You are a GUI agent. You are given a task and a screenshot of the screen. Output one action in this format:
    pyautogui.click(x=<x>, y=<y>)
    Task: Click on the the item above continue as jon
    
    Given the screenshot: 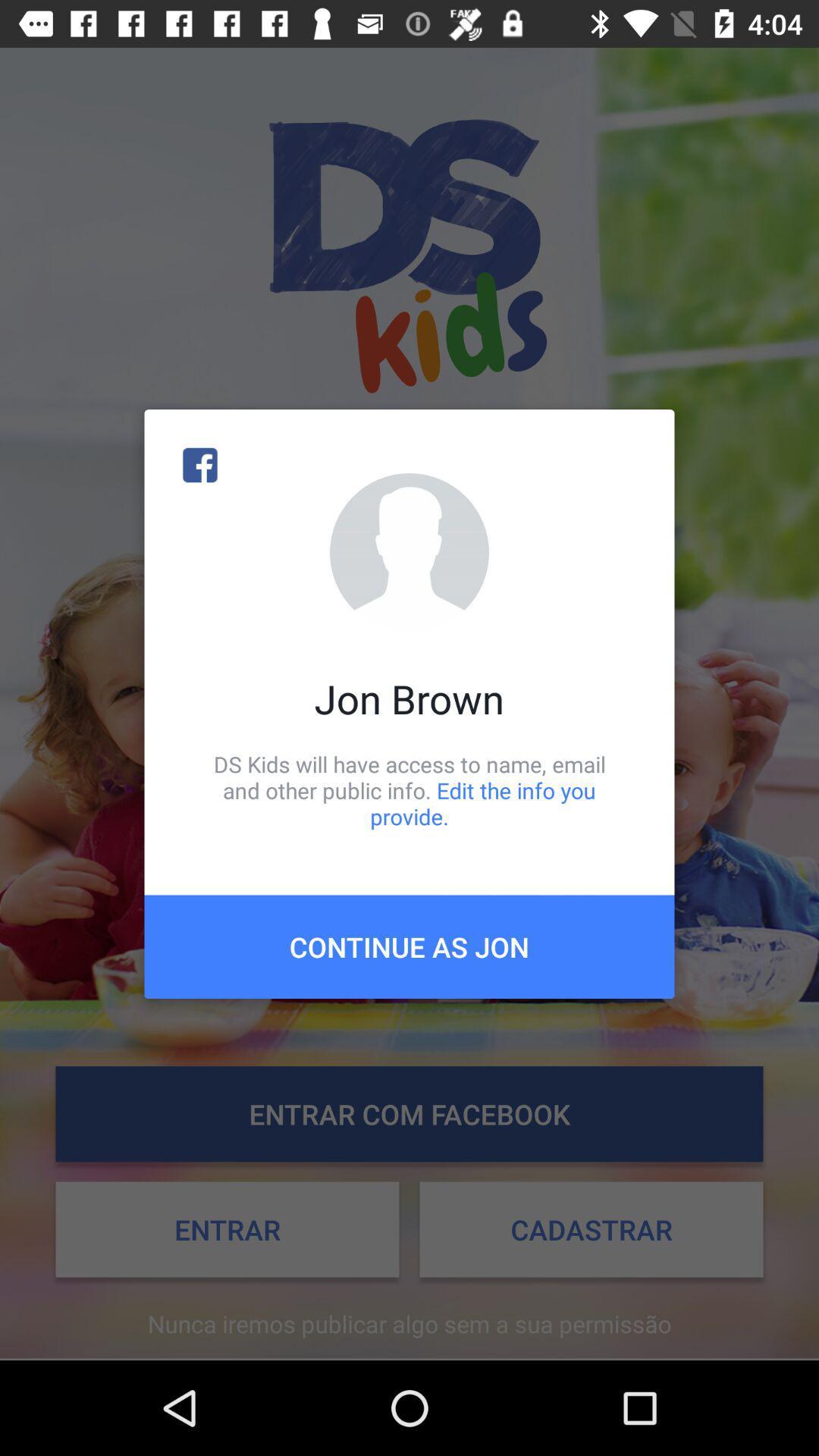 What is the action you would take?
    pyautogui.click(x=409, y=789)
    